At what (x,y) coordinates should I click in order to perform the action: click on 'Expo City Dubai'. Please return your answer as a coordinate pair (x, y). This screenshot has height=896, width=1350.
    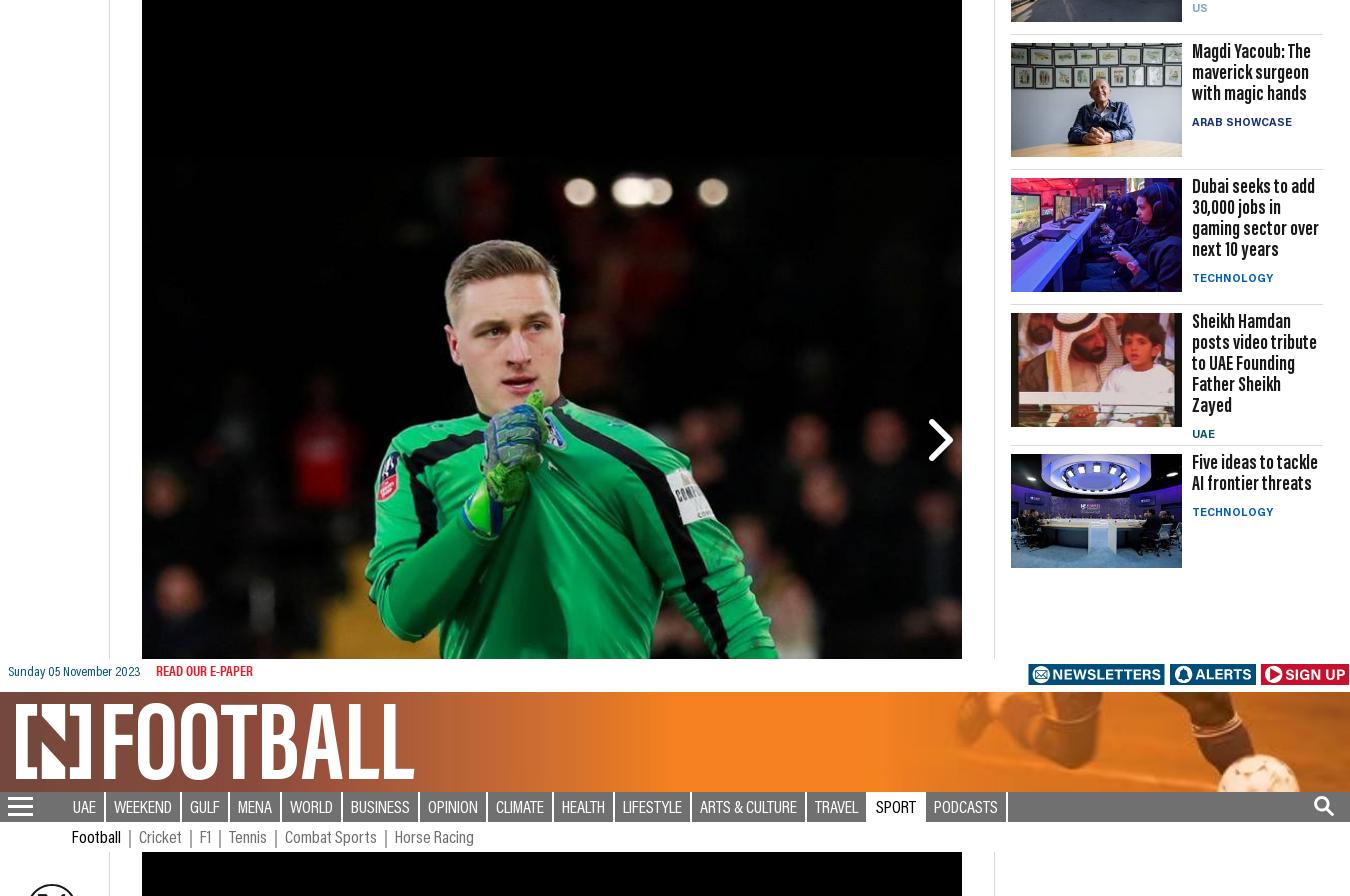
    Looking at the image, I should click on (66, 853).